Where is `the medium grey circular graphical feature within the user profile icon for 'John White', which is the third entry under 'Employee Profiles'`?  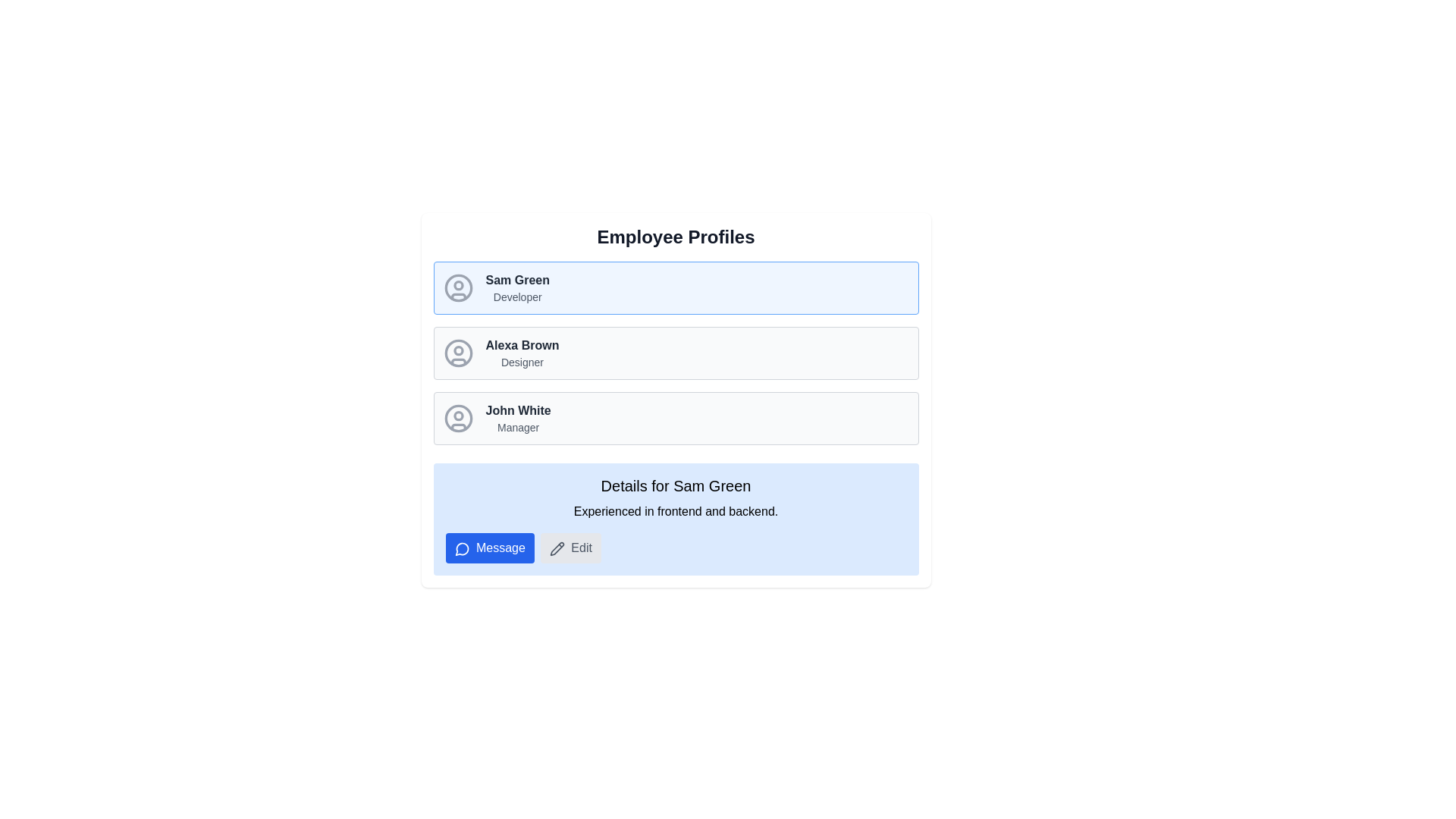 the medium grey circular graphical feature within the user profile icon for 'John White', which is the third entry under 'Employee Profiles' is located at coordinates (457, 418).